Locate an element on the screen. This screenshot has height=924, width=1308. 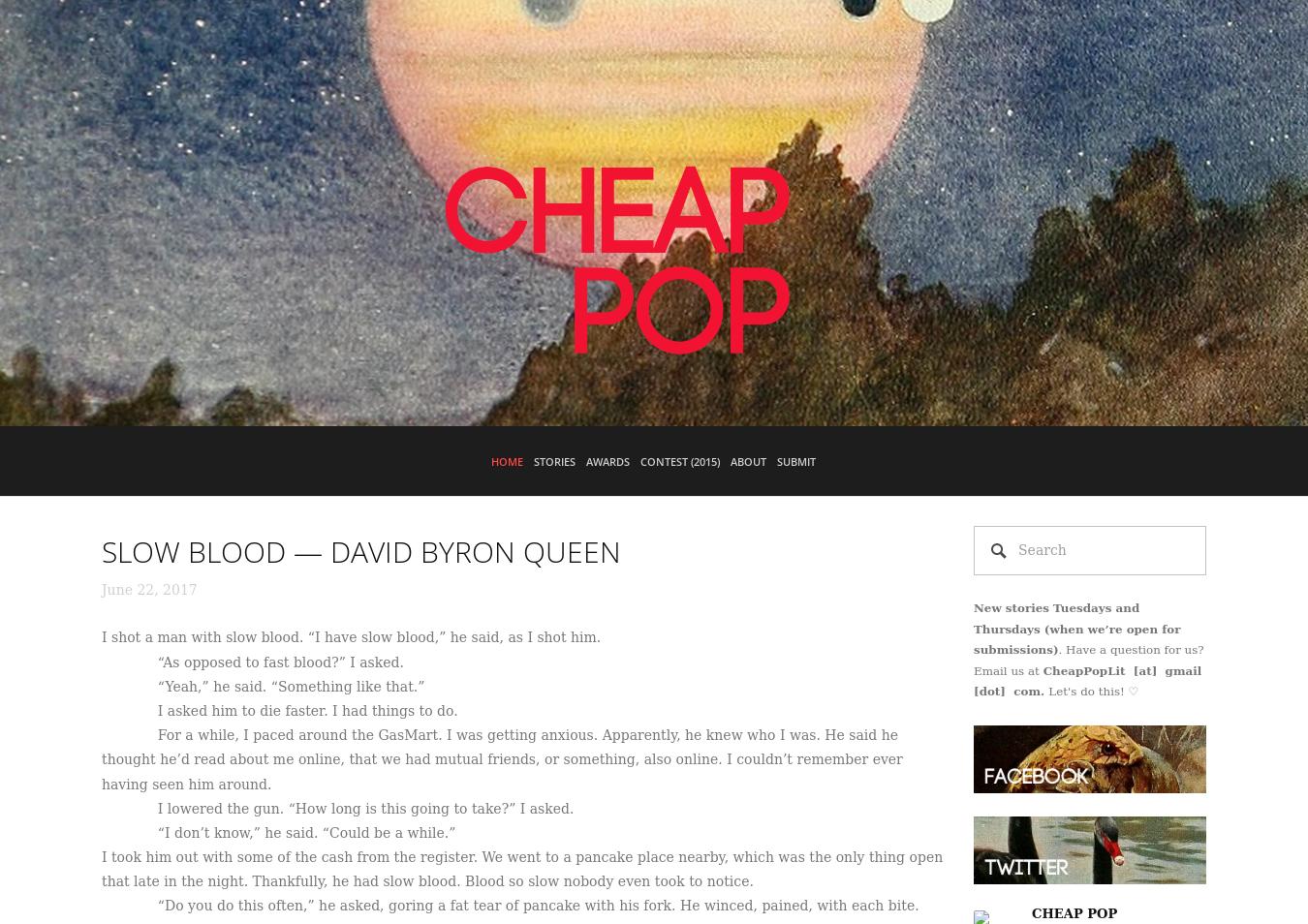
'I shot a man with slow blood. “I have slow blood,” he said, as I shot him.' is located at coordinates (351, 635).